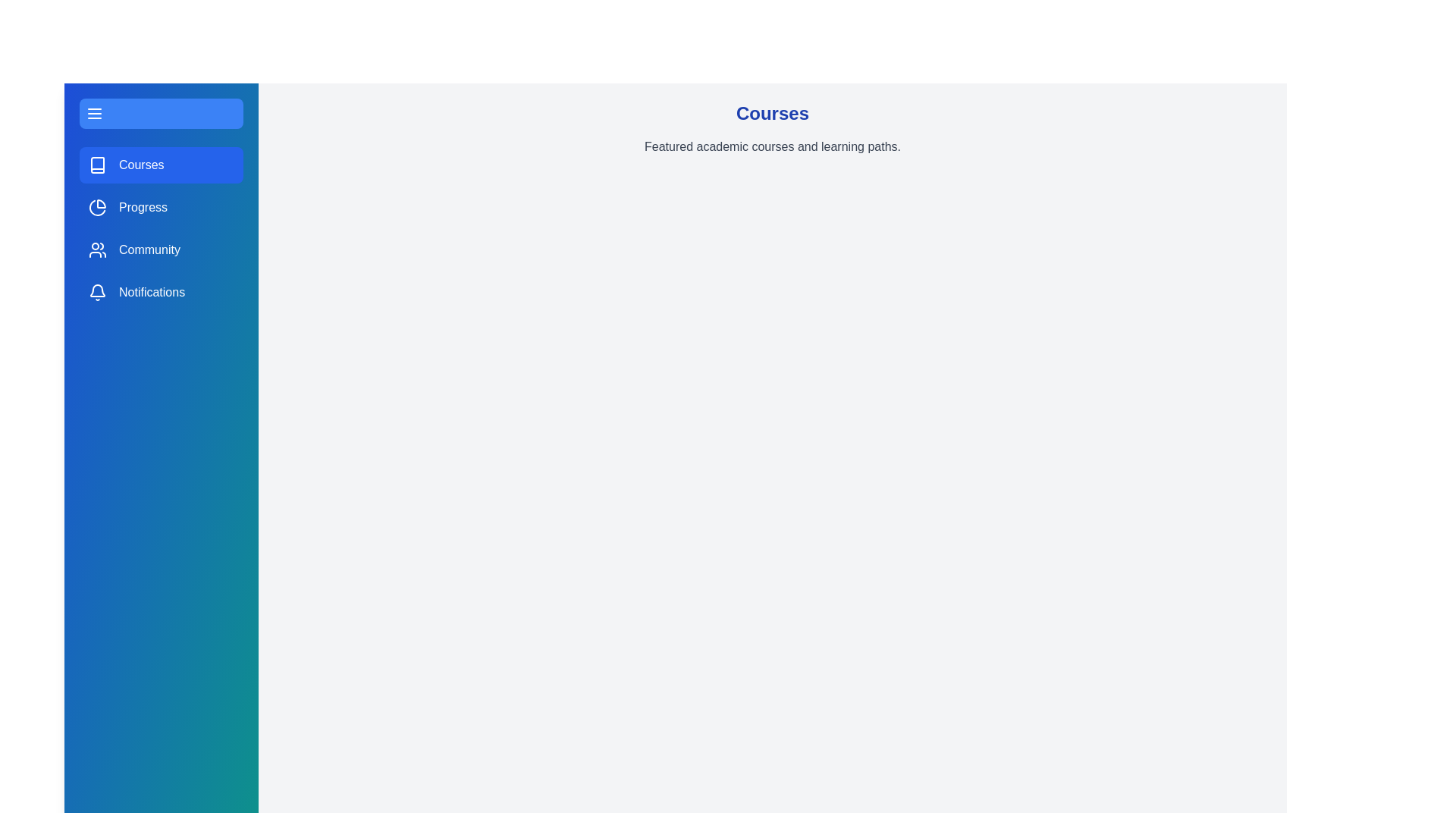 Image resolution: width=1456 pixels, height=819 pixels. What do you see at coordinates (161, 165) in the screenshot?
I see `the sidebar section Courses by clicking on its corresponding area` at bounding box center [161, 165].